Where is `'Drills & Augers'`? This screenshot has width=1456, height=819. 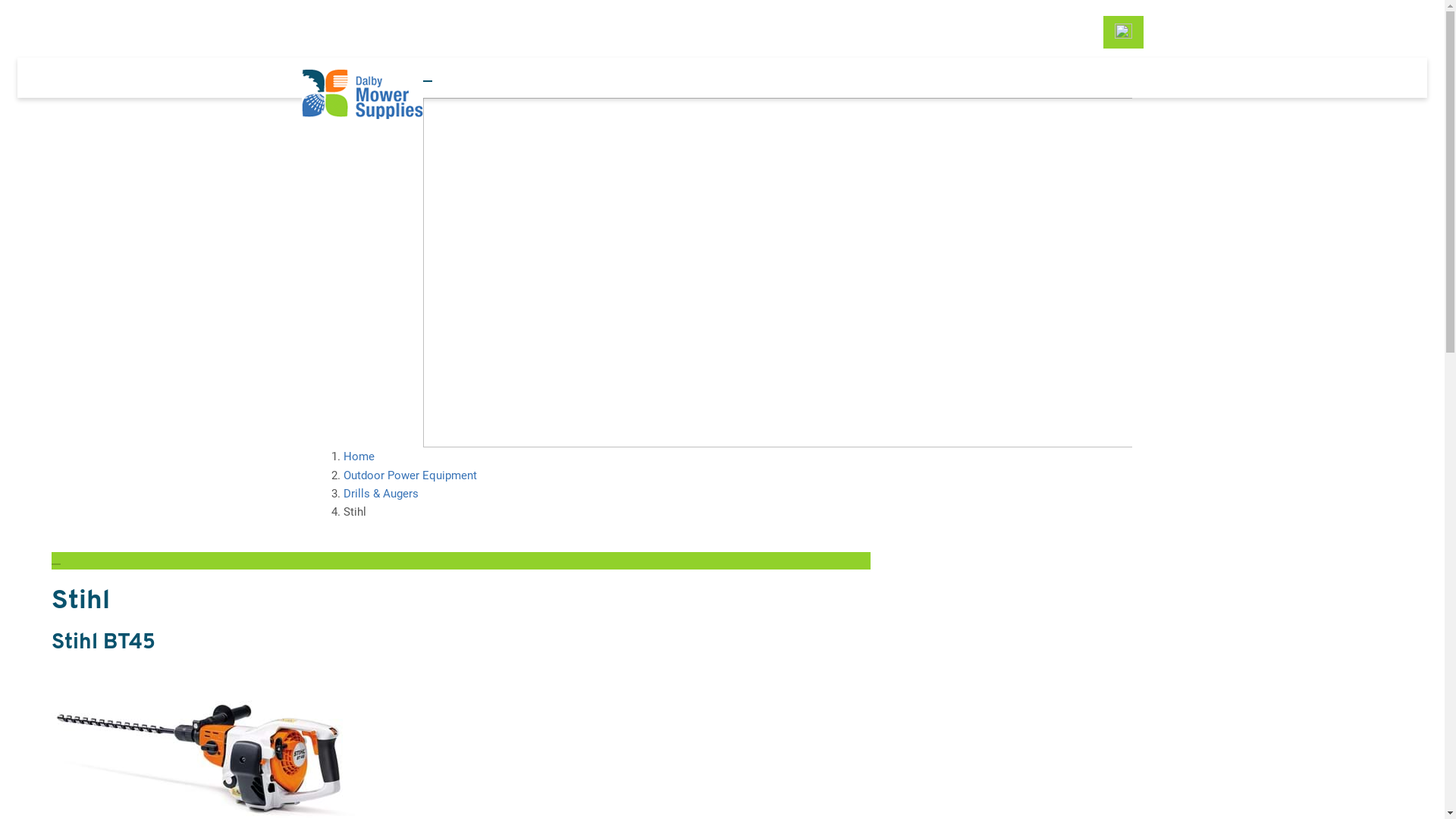
'Drills & Augers' is located at coordinates (380, 494).